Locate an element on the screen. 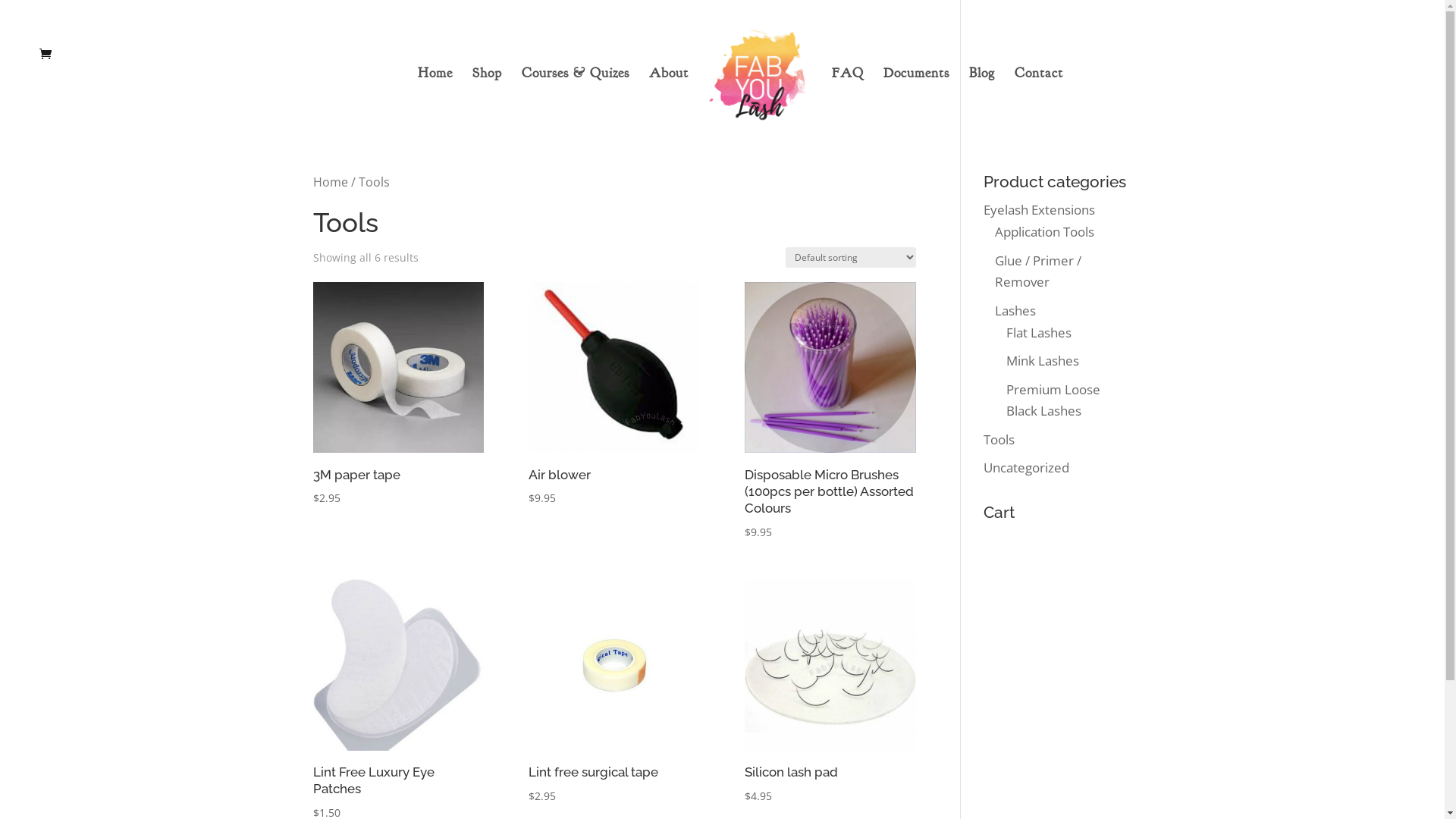 The height and width of the screenshot is (819, 1456). 'Shop' is located at coordinates (487, 98).